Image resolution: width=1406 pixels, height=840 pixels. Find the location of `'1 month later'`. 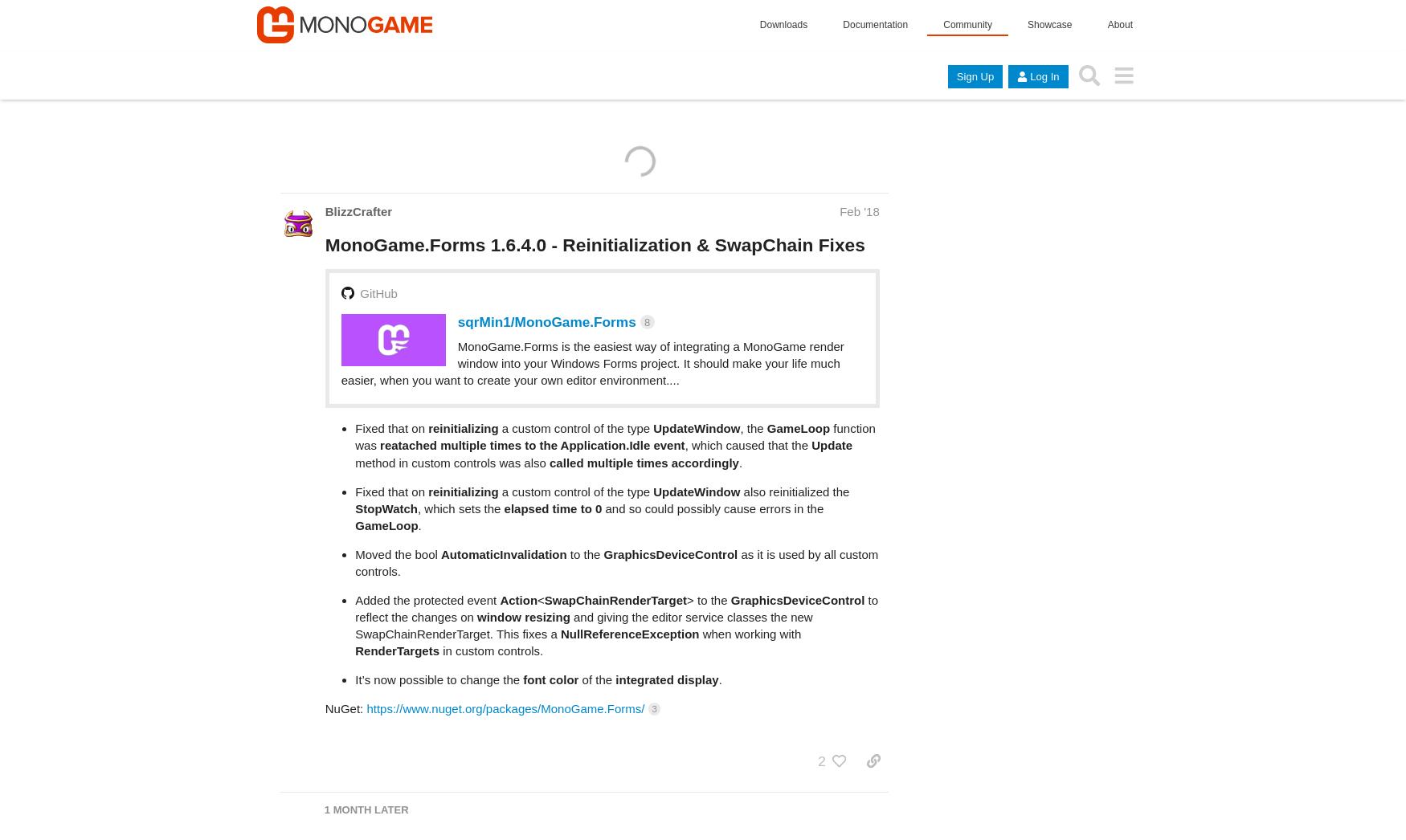

'1 month later' is located at coordinates (366, 746).